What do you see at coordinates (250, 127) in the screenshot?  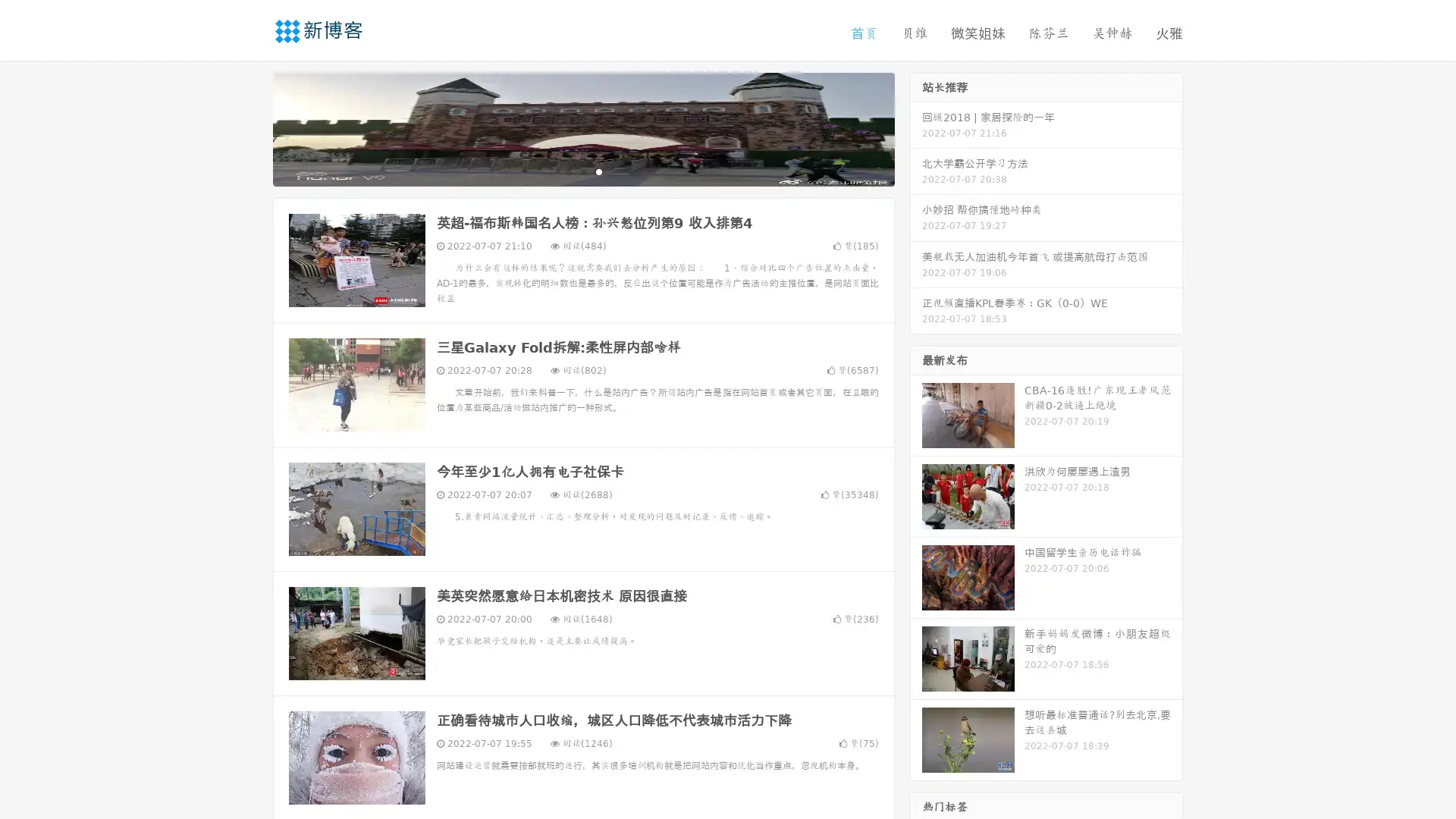 I see `Previous slide` at bounding box center [250, 127].